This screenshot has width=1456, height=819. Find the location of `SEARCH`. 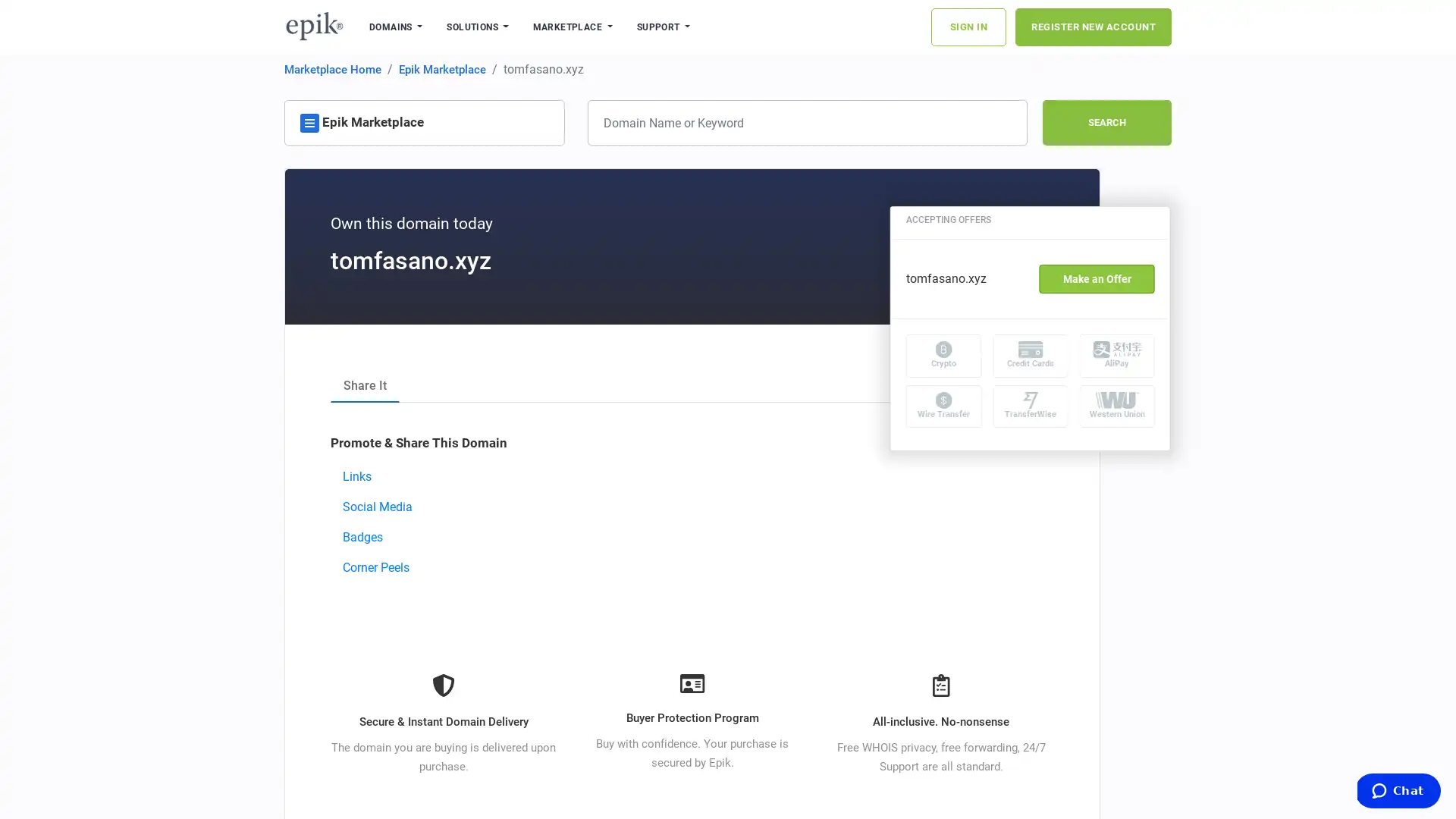

SEARCH is located at coordinates (1106, 122).